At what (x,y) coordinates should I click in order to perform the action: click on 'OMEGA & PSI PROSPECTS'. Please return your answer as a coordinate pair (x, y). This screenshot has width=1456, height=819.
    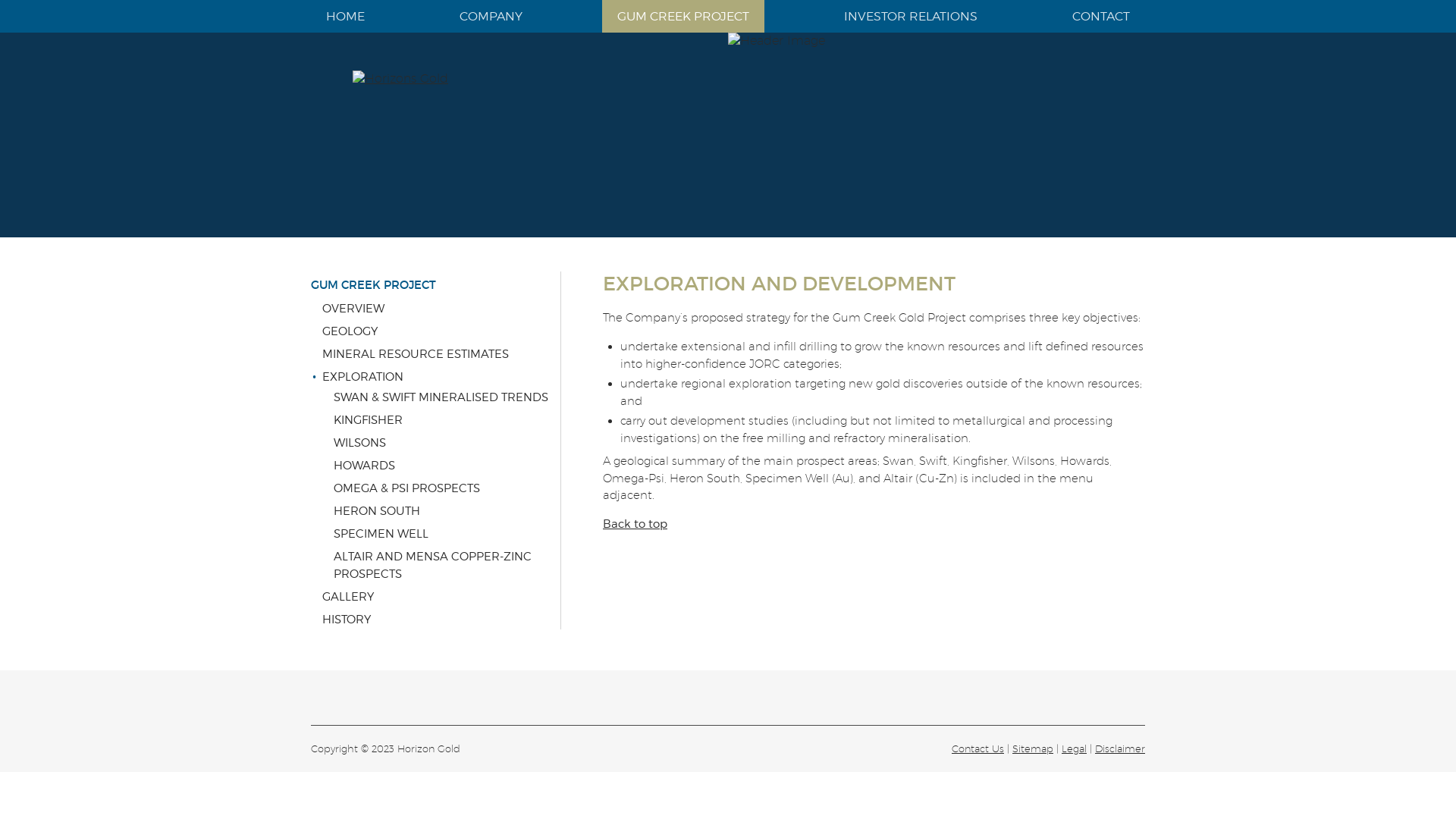
    Looking at the image, I should click on (446, 488).